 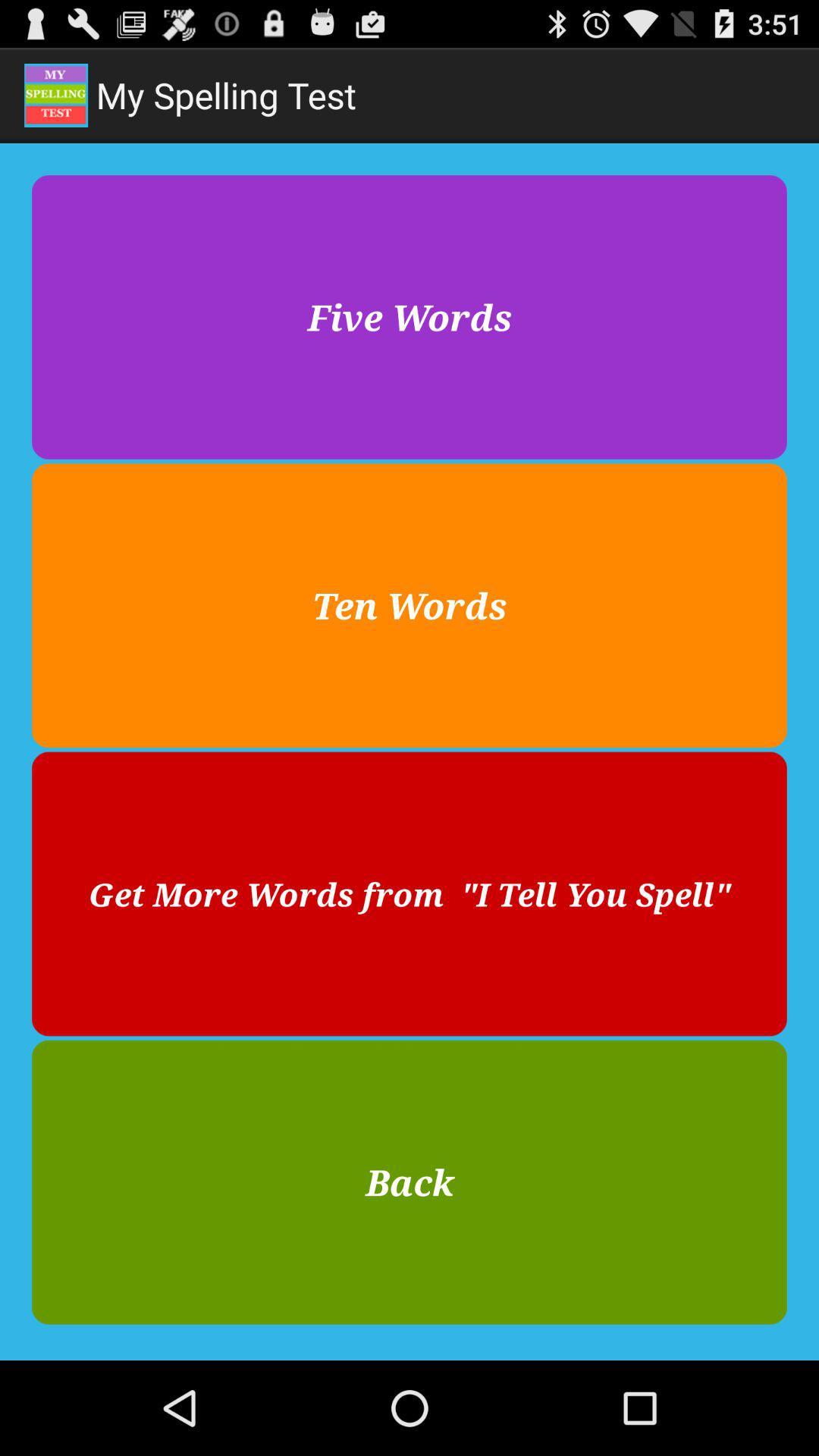 I want to click on the ten words button, so click(x=409, y=604).